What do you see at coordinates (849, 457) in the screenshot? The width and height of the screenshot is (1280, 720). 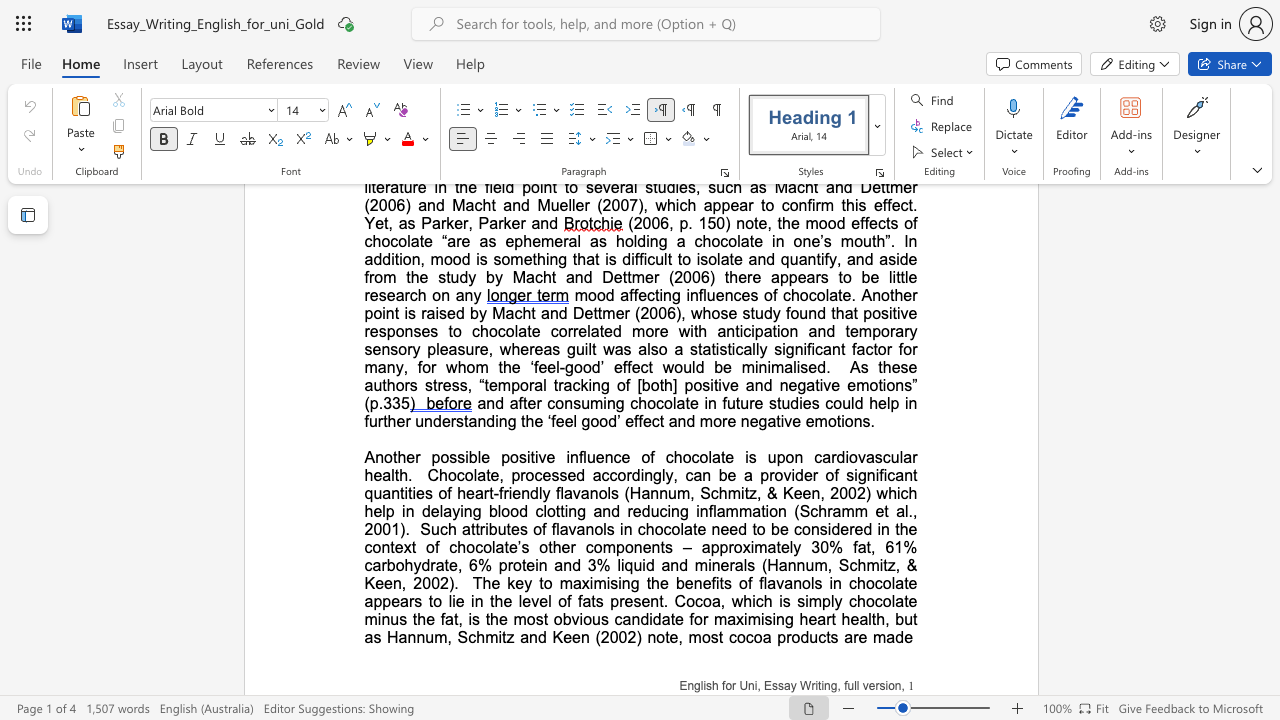 I see `the subset text "ovascular health" within the text "Another possible positive influence of chocolate is upon cardiovascular health"` at bounding box center [849, 457].